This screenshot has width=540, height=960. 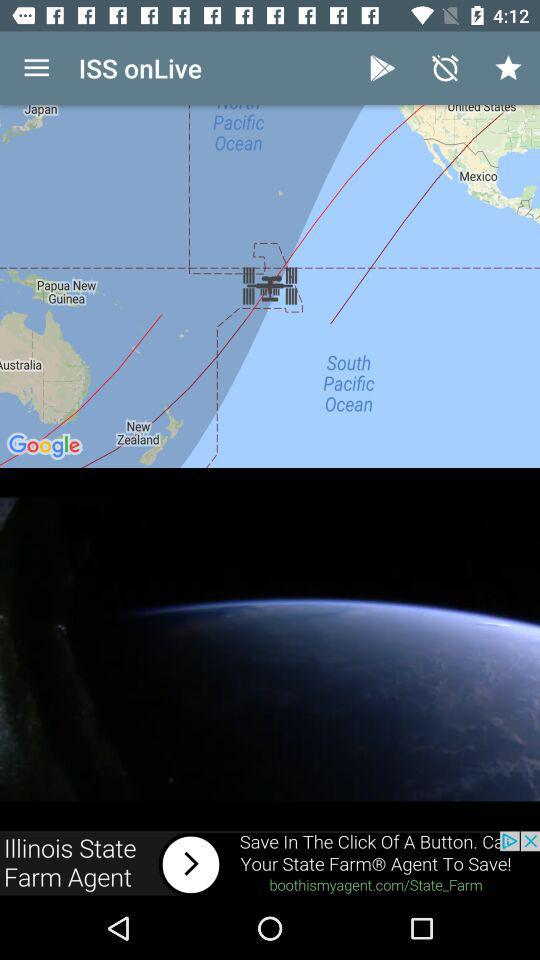 What do you see at coordinates (270, 863) in the screenshot?
I see `connect to link` at bounding box center [270, 863].